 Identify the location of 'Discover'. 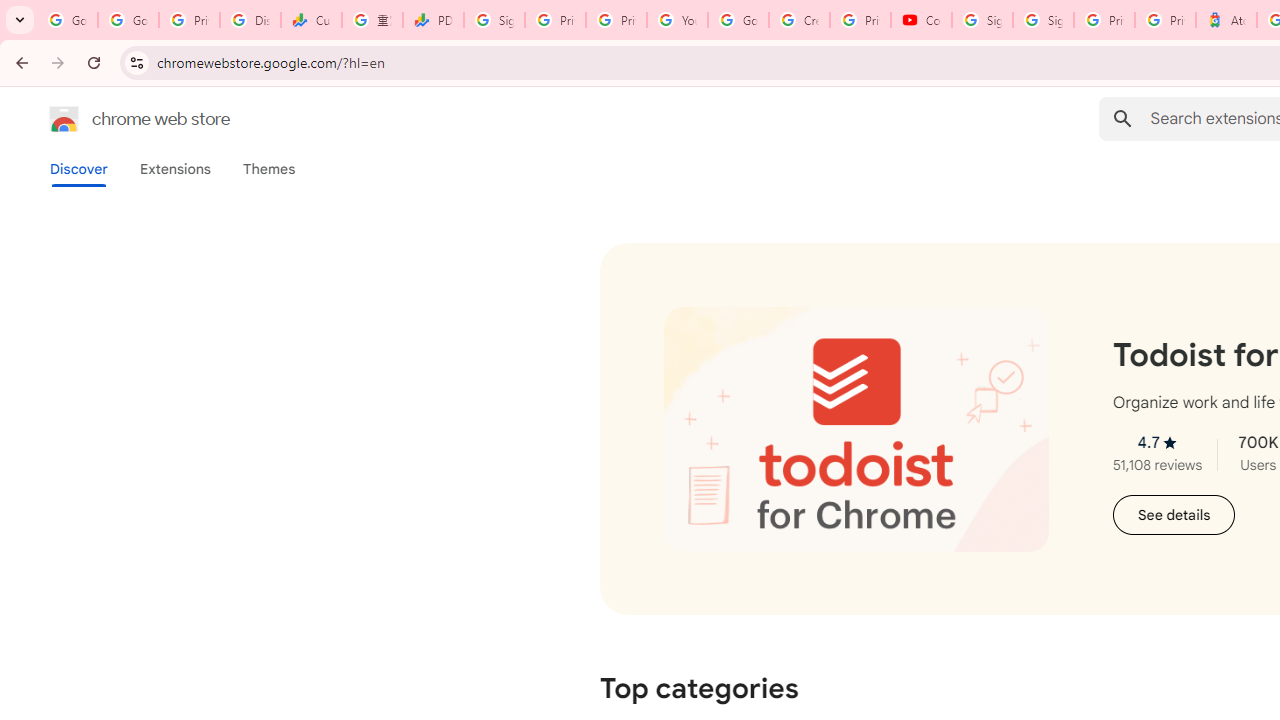
(79, 168).